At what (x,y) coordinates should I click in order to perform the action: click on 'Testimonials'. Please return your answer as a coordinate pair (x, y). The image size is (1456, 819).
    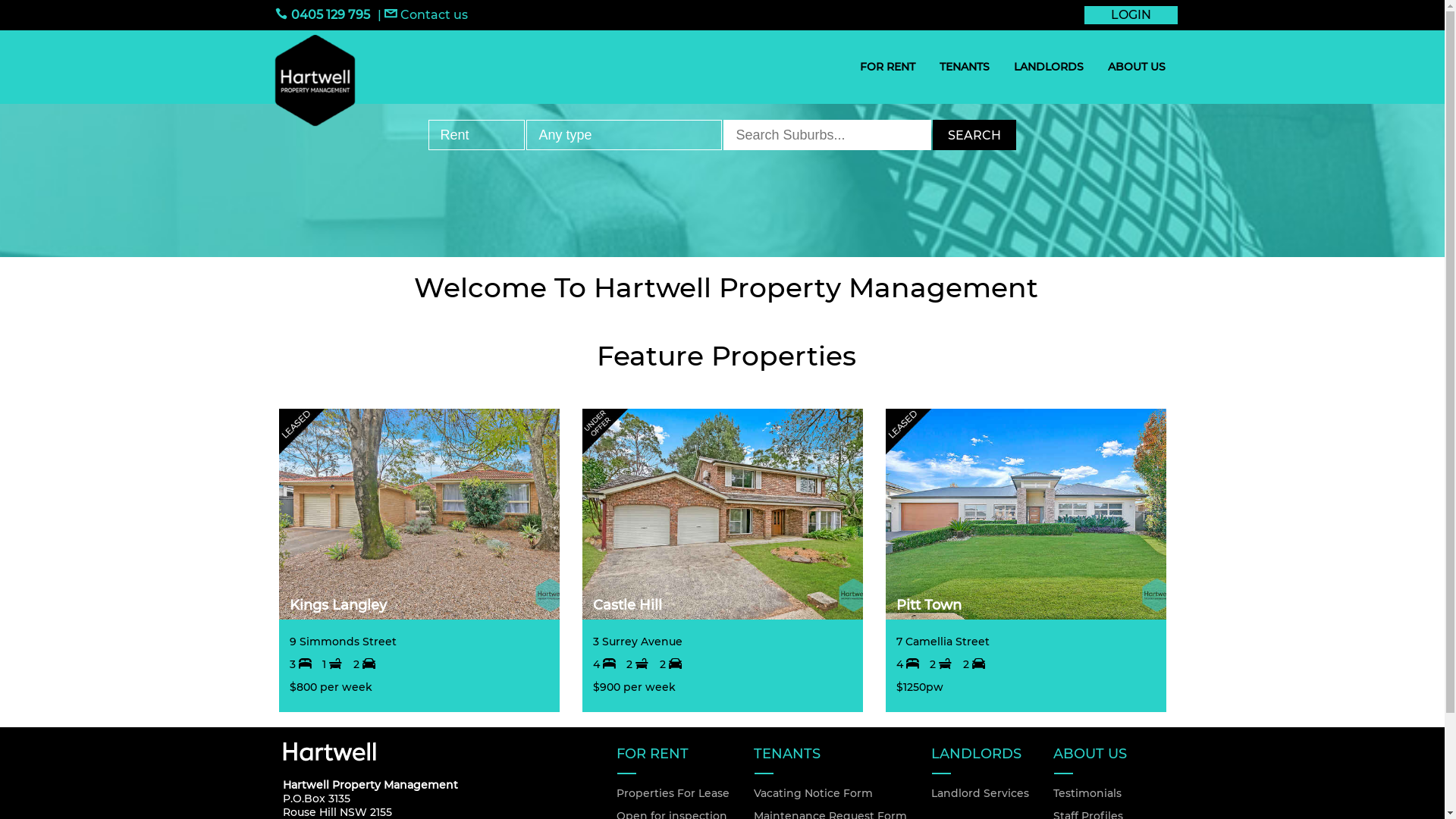
    Looking at the image, I should click on (1040, 792).